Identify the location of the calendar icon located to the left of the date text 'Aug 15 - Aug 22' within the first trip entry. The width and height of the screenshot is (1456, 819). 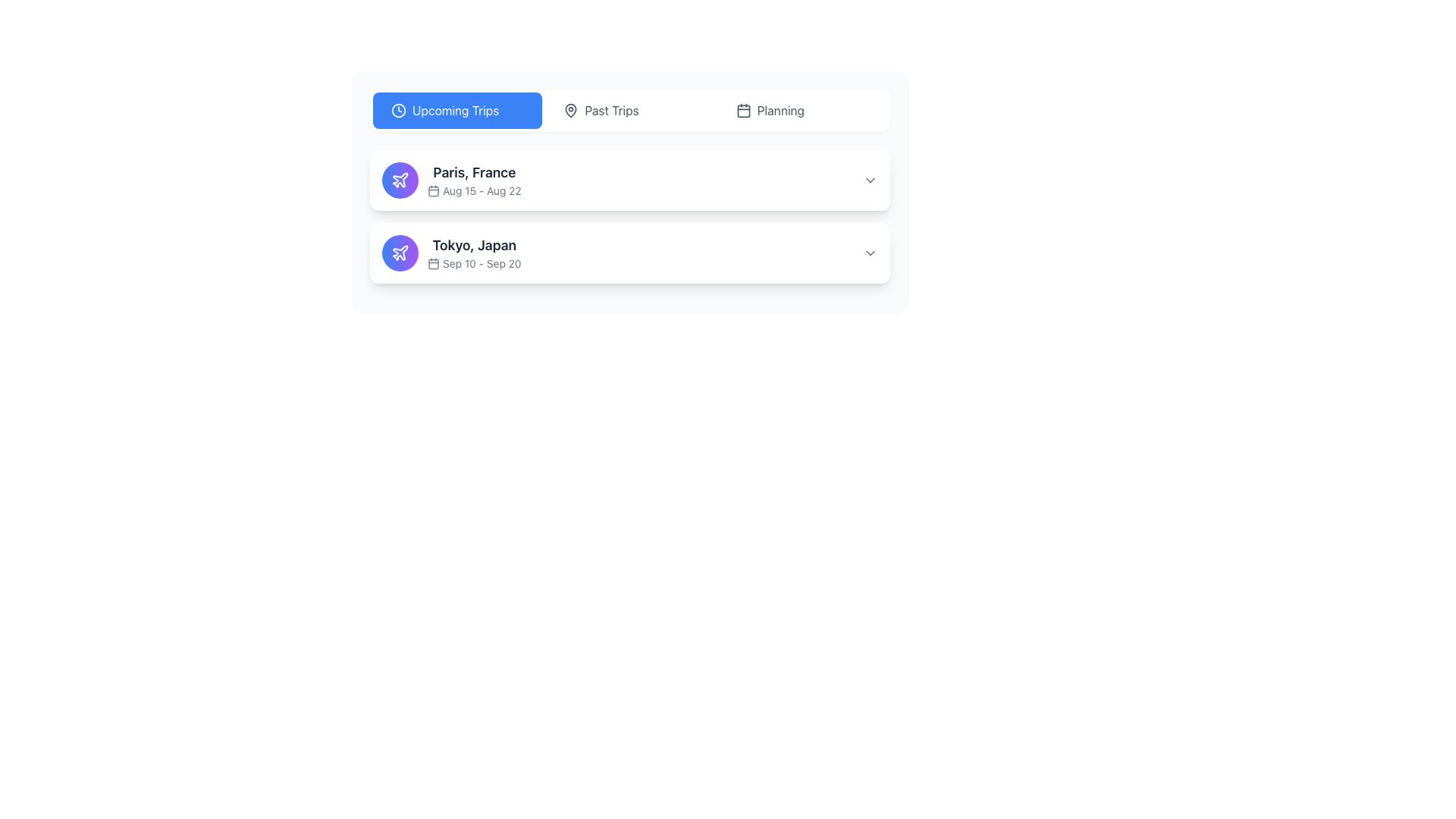
(432, 190).